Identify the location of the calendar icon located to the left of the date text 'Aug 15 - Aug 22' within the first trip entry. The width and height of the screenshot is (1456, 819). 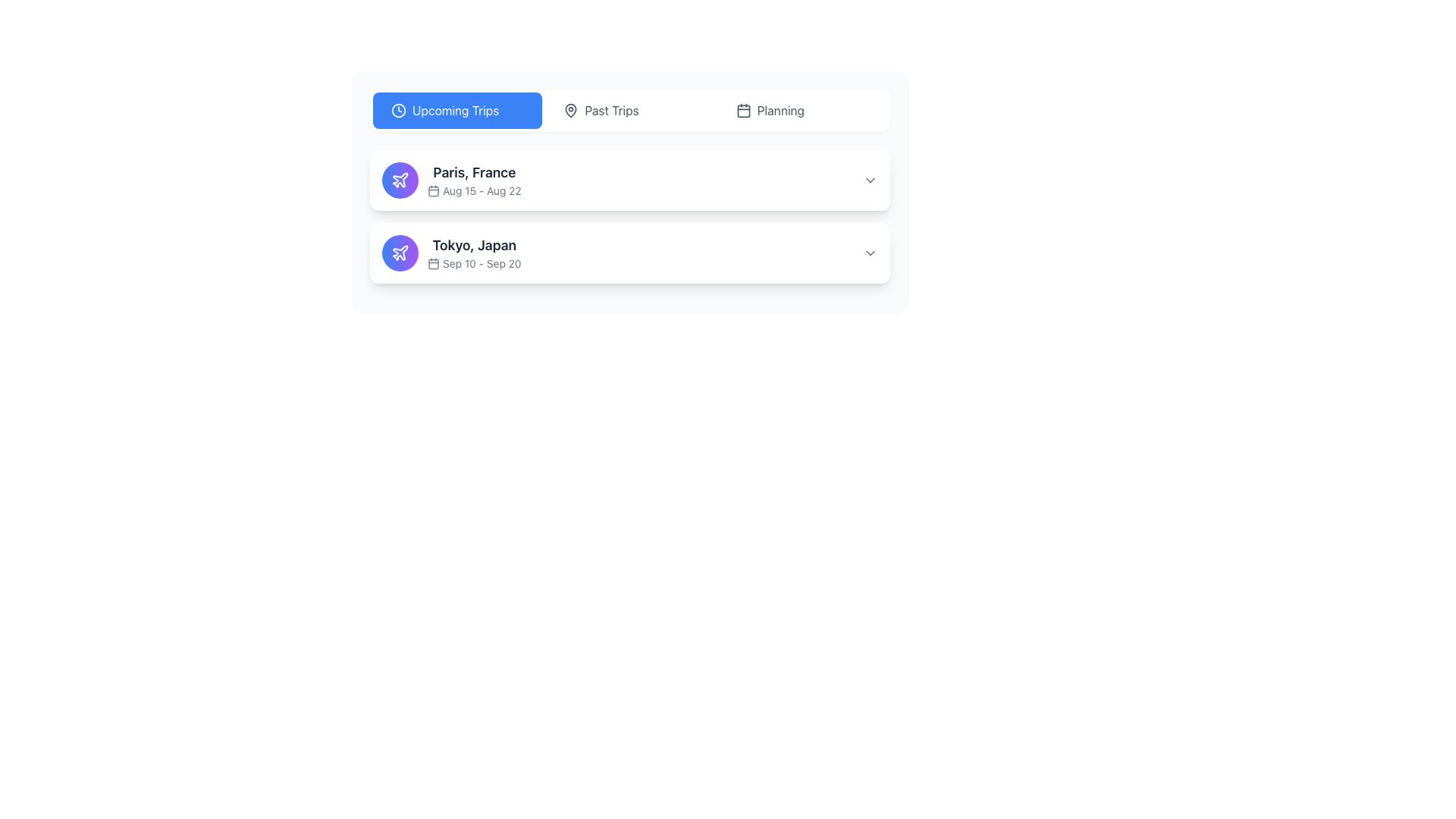
(432, 190).